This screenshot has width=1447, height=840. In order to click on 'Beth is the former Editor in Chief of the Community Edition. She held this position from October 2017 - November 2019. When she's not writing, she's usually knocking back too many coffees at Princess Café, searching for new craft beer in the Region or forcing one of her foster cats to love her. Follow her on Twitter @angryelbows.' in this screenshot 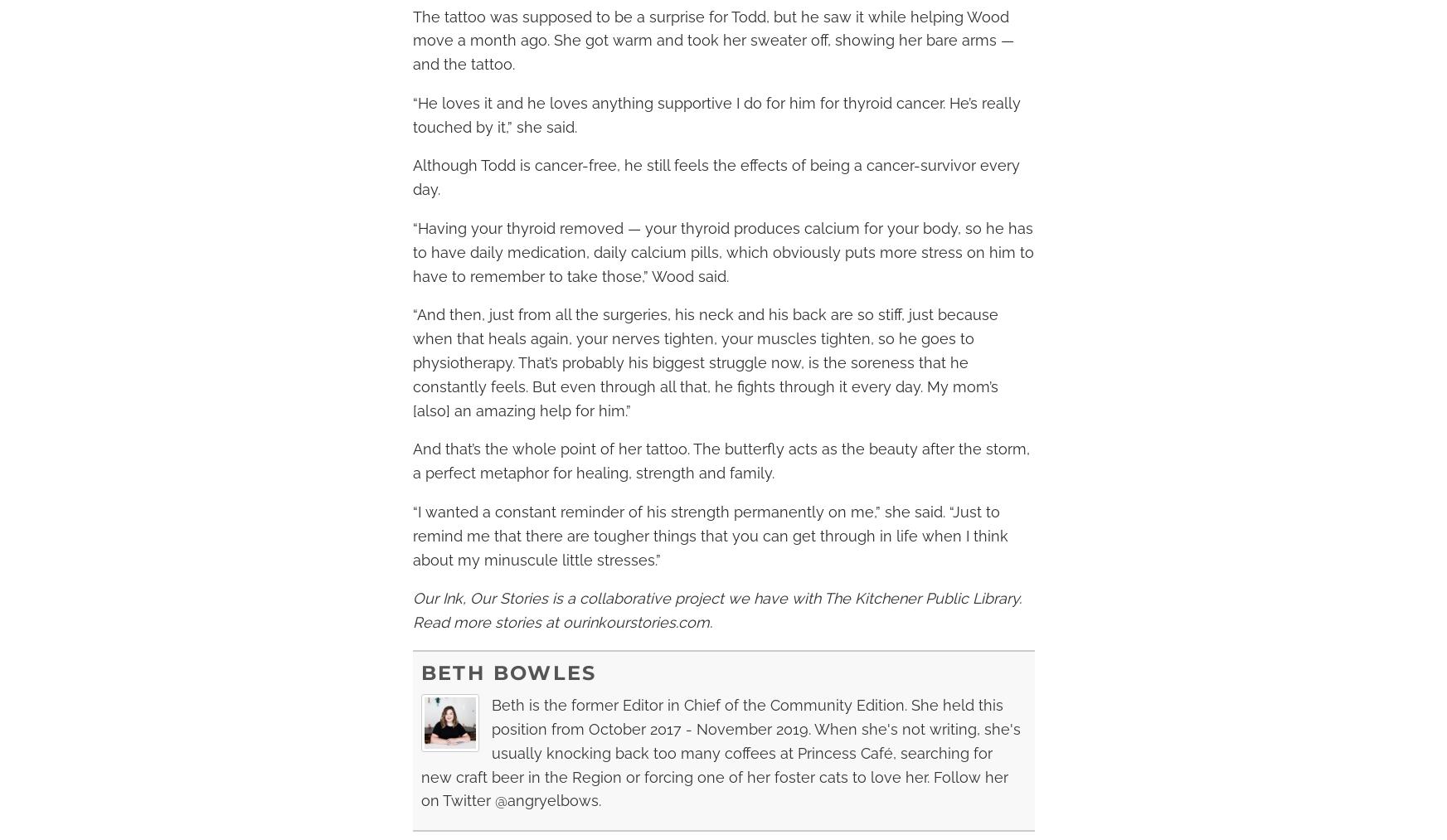, I will do `click(719, 751)`.